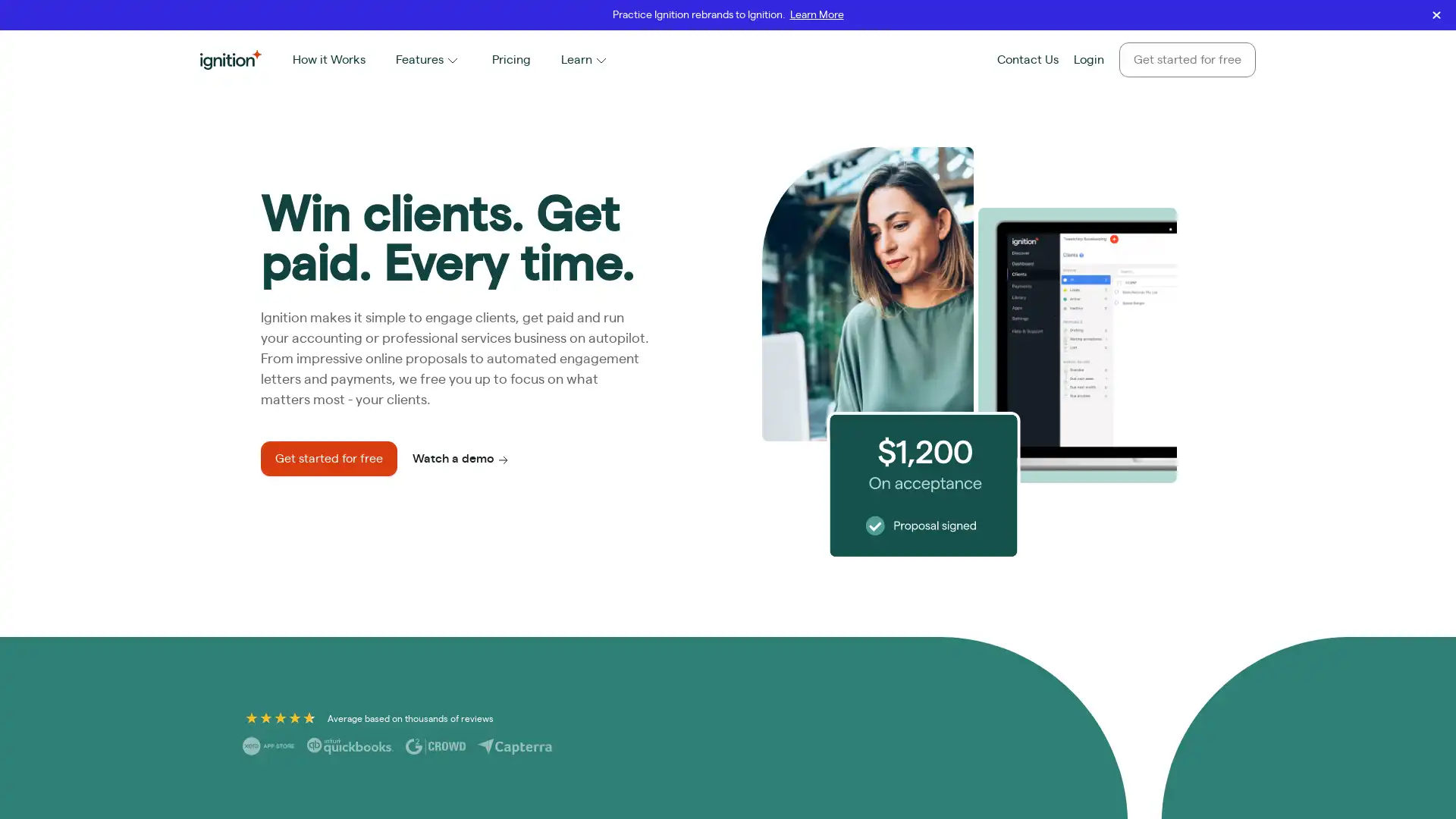  I want to click on Features, so click(428, 58).